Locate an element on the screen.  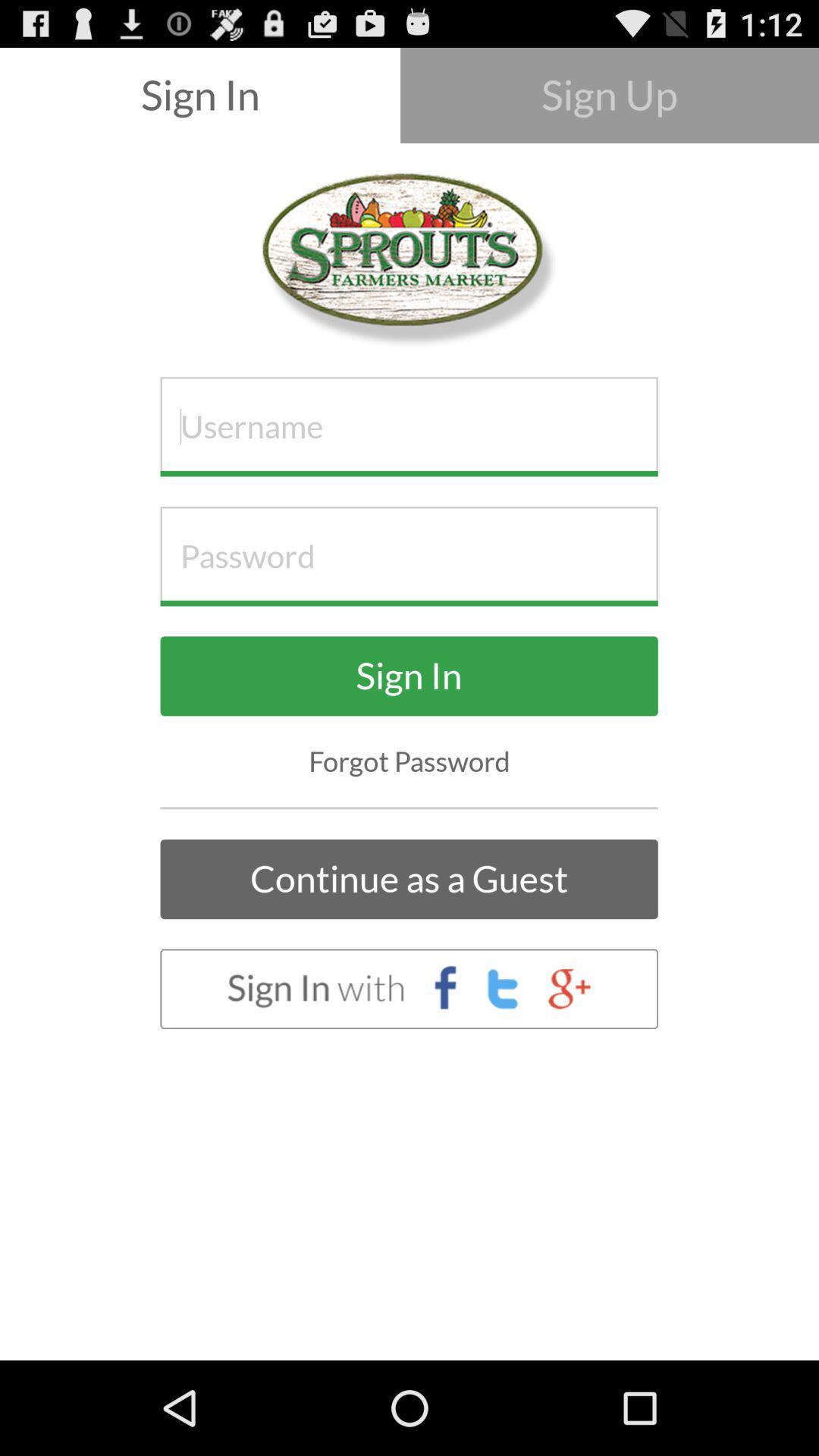
the button at the top right corner is located at coordinates (608, 94).